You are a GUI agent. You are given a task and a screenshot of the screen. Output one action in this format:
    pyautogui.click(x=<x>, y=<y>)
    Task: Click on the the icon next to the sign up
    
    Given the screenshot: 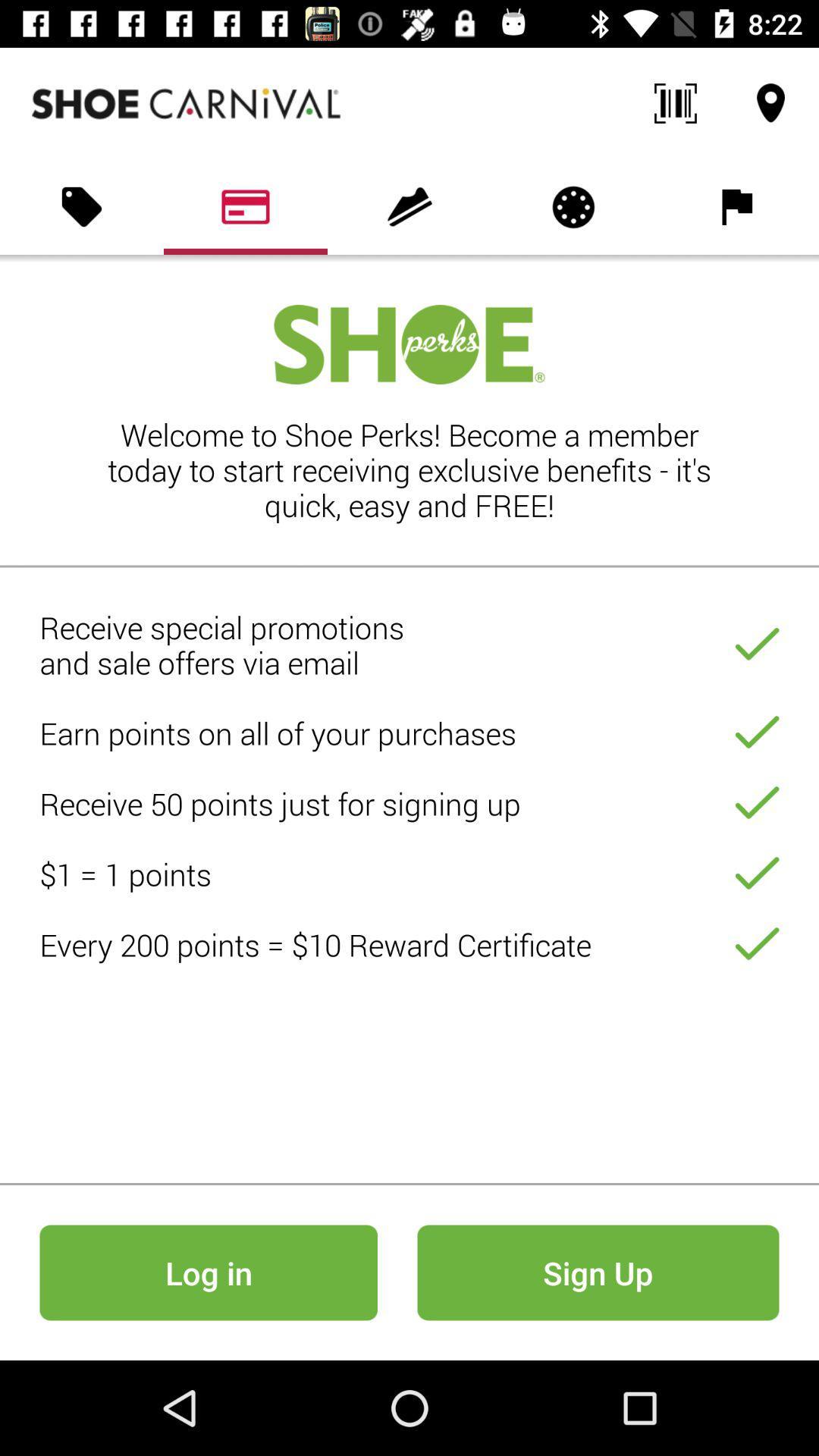 What is the action you would take?
    pyautogui.click(x=209, y=1272)
    